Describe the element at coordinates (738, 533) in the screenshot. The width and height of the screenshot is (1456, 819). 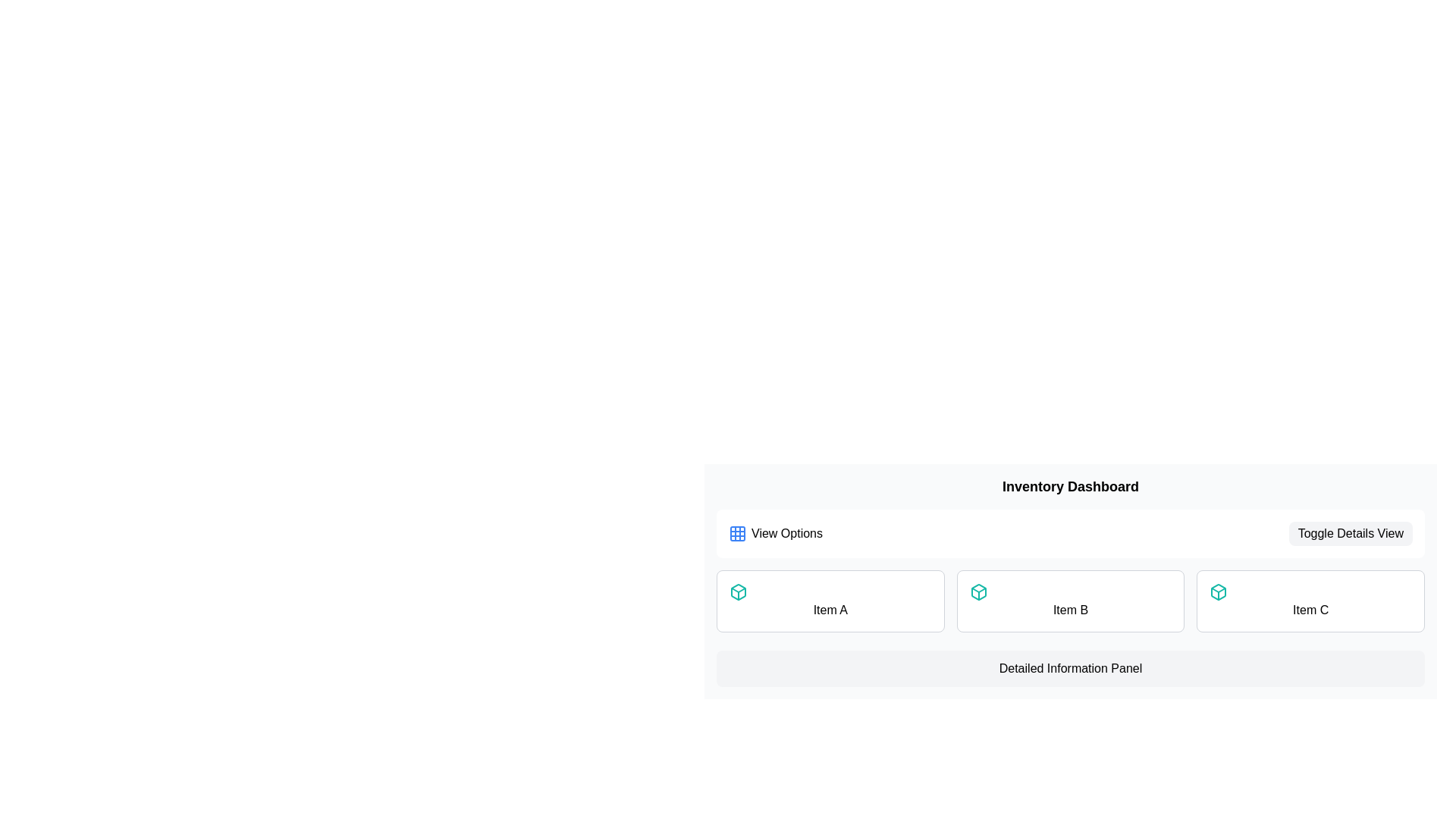
I see `the grid-like icon with a 3x3 arrangement of blue squares and rounded corners, located in the top-left corner of the 'View Options' label` at that location.